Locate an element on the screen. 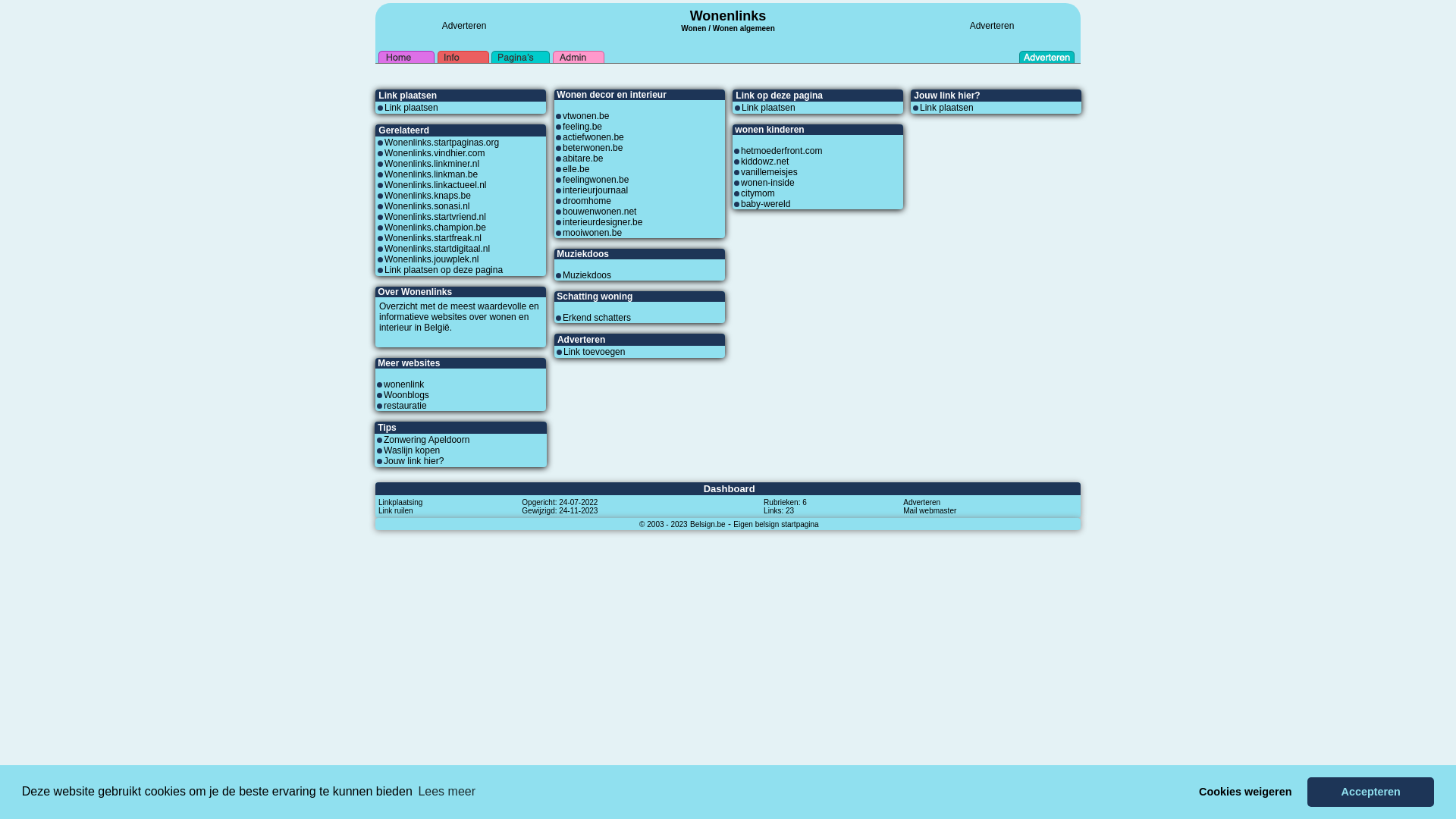 The image size is (1456, 819). 'Cookies weigeren' is located at coordinates (1245, 791).